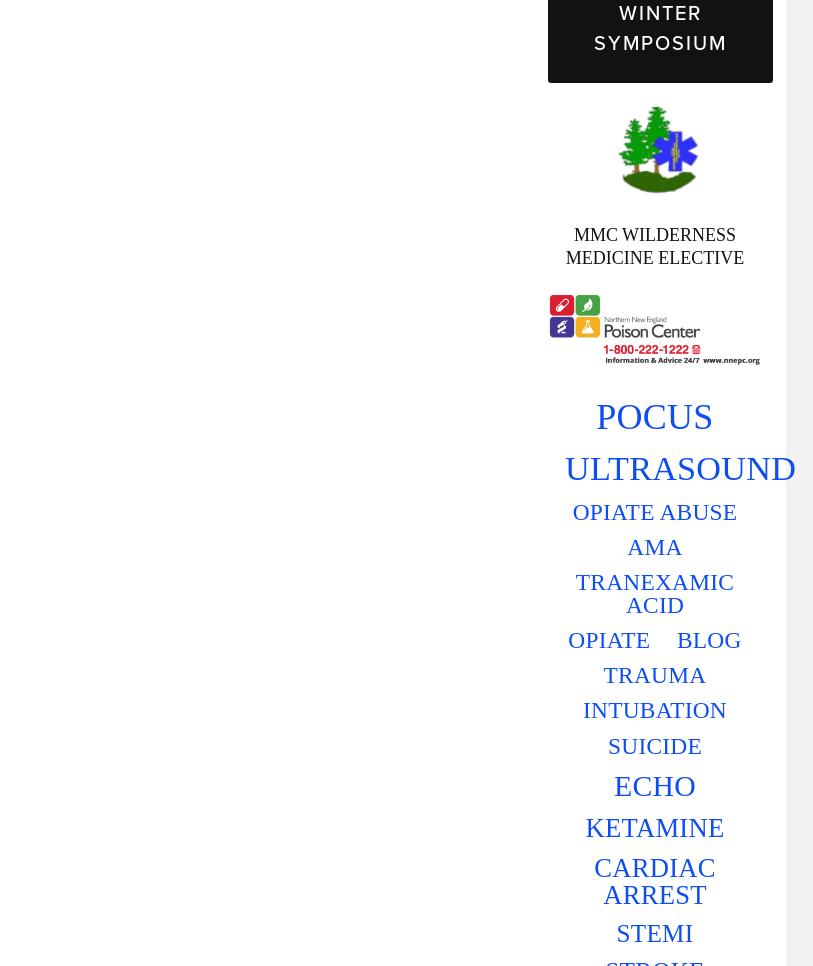 This screenshot has width=813, height=966. What do you see at coordinates (654, 593) in the screenshot?
I see `'TRANEXAMIC ACID'` at bounding box center [654, 593].